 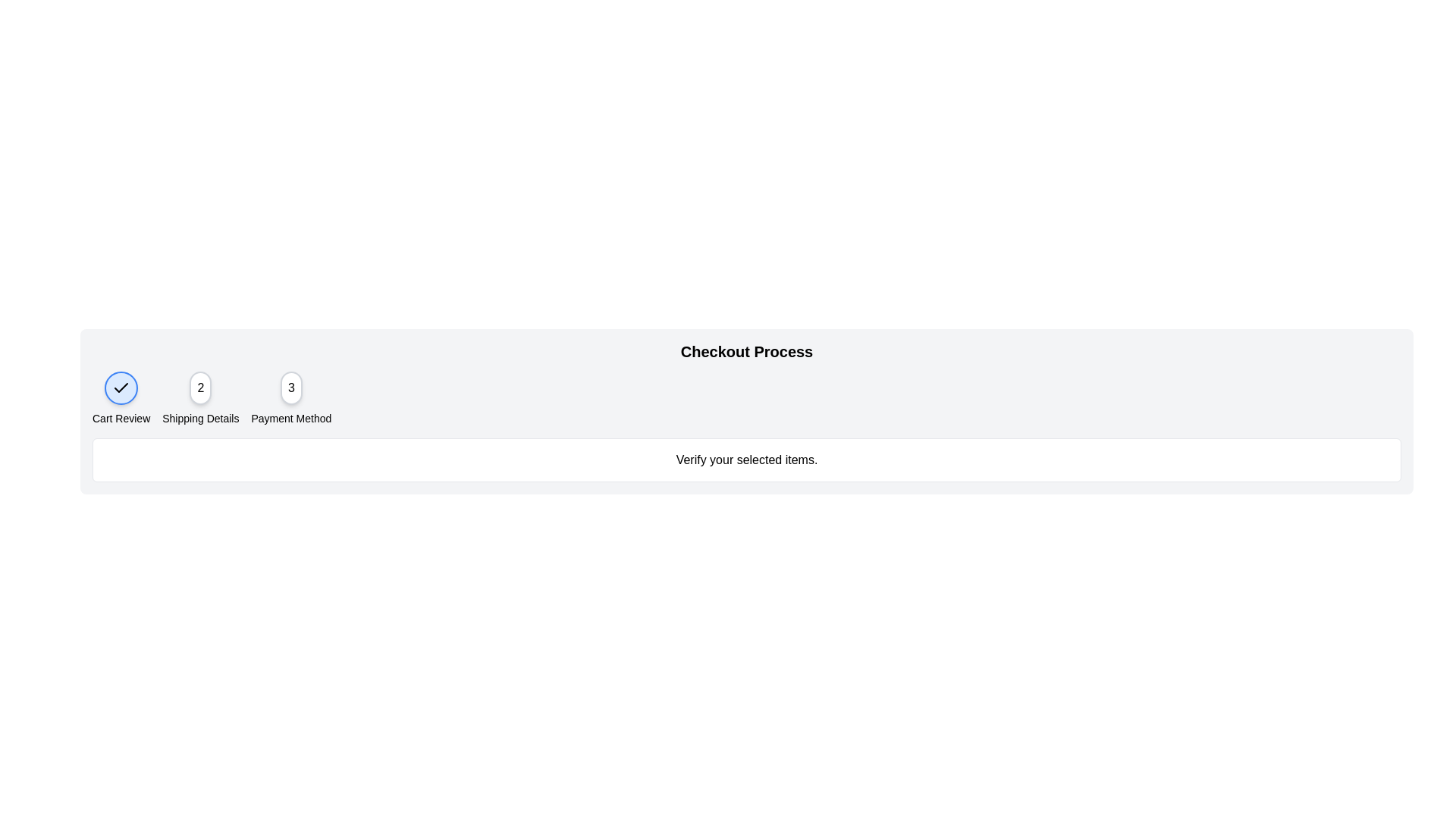 What do you see at coordinates (121, 387) in the screenshot?
I see `the black checkmark icon inside the first circular step marker of the 'Cart Review' section in the checkout progress bar` at bounding box center [121, 387].